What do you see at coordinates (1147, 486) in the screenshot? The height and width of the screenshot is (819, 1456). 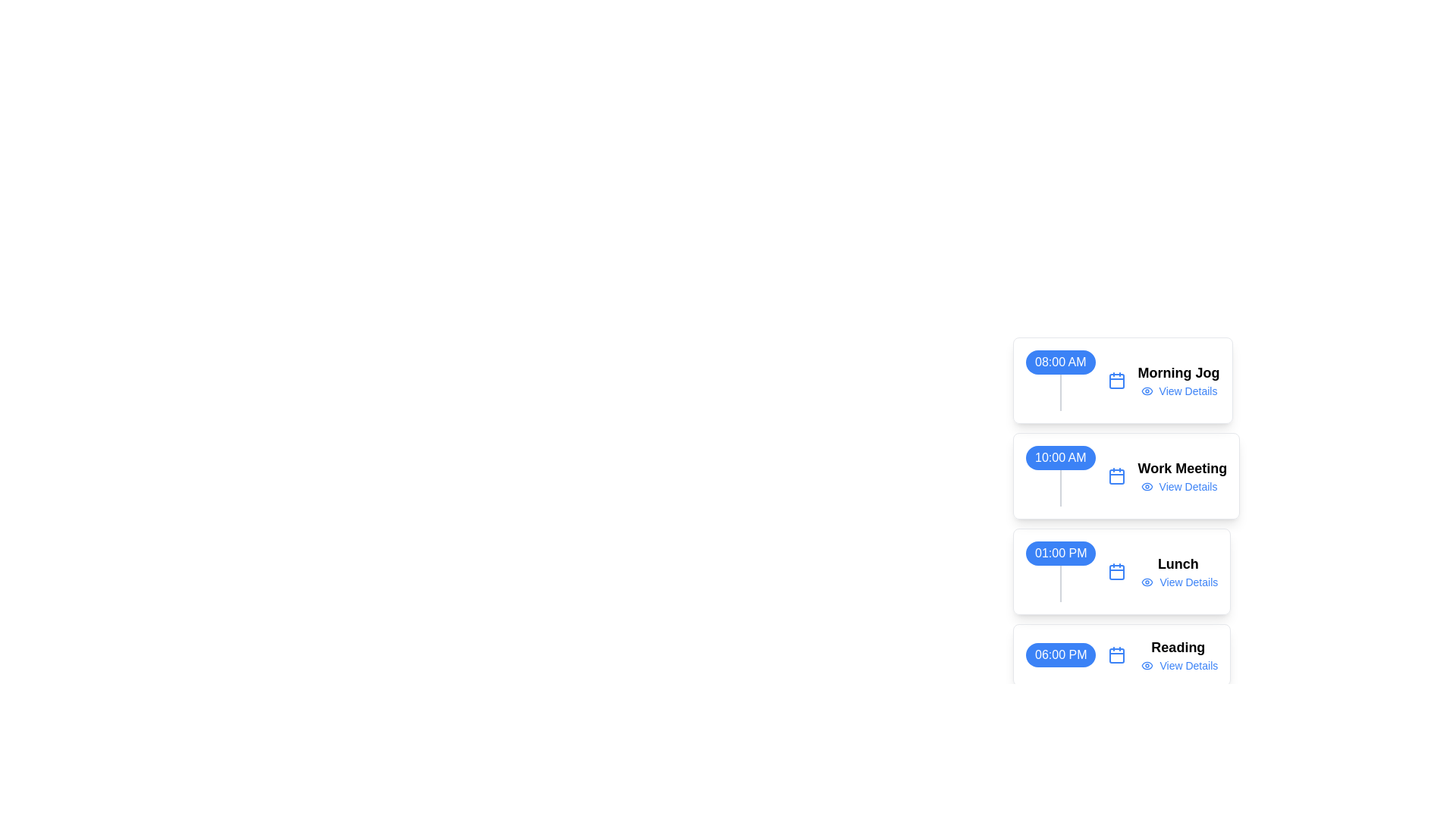 I see `the upper arc of the 'eye' icon representing visibility, located to the right of the time-label texts` at bounding box center [1147, 486].